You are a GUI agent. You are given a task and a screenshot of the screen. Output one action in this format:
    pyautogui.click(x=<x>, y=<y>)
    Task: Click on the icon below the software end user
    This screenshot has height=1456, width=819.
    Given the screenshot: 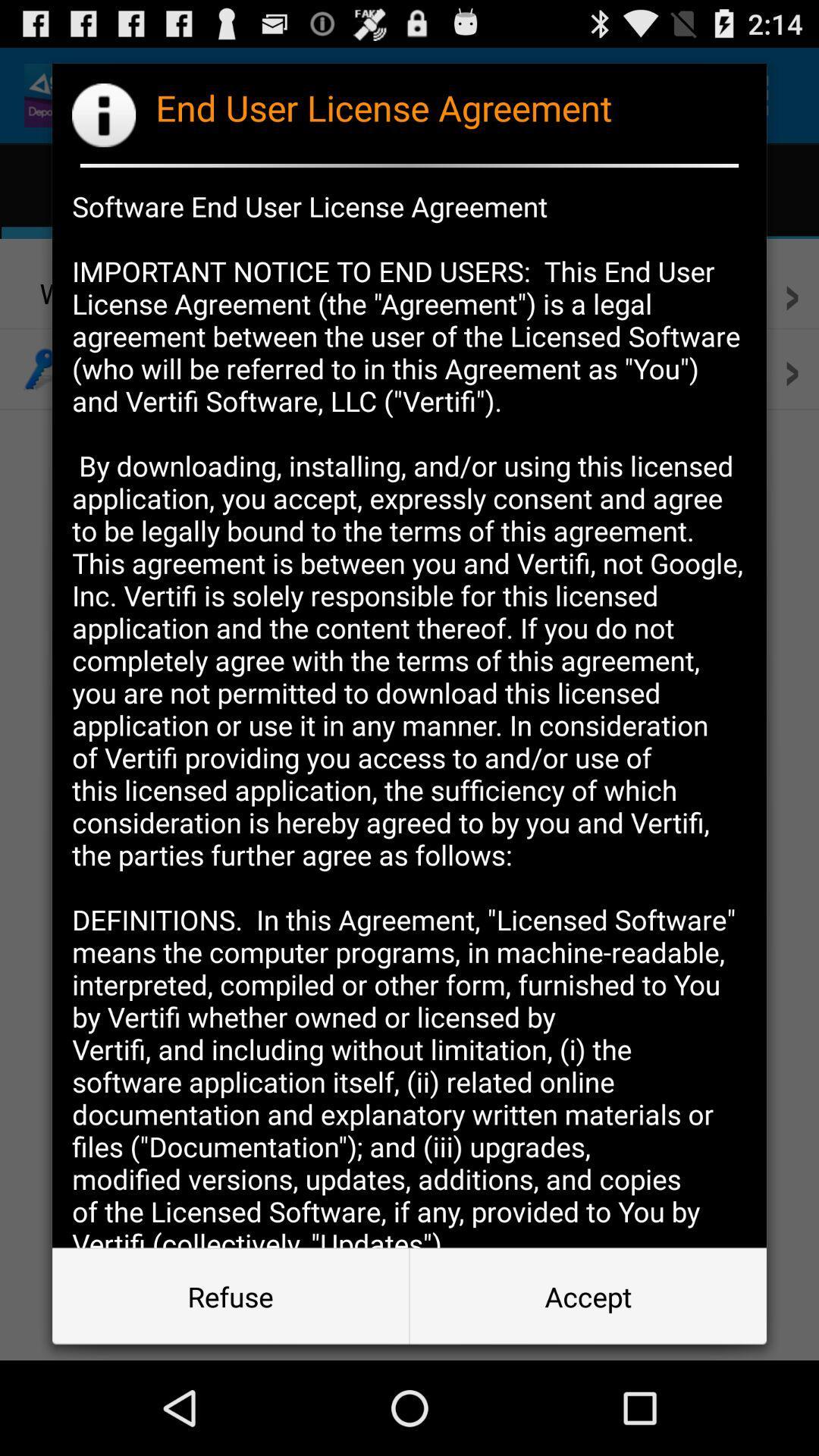 What is the action you would take?
    pyautogui.click(x=231, y=1295)
    